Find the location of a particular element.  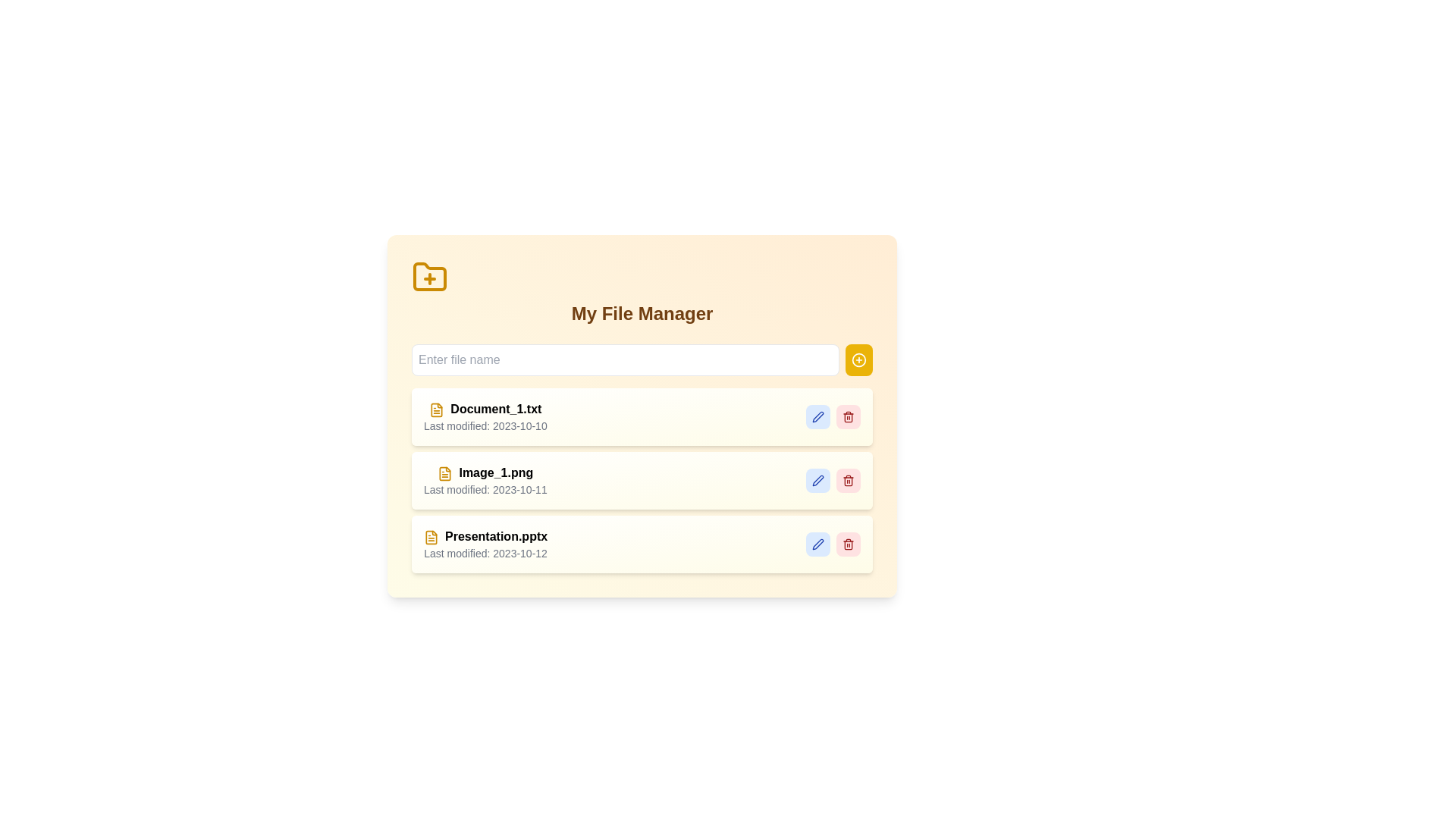

the blue rounded rectangular button with a pen icon to initiate the edit action, located to the right of 'Document_1.txt' is located at coordinates (817, 417).